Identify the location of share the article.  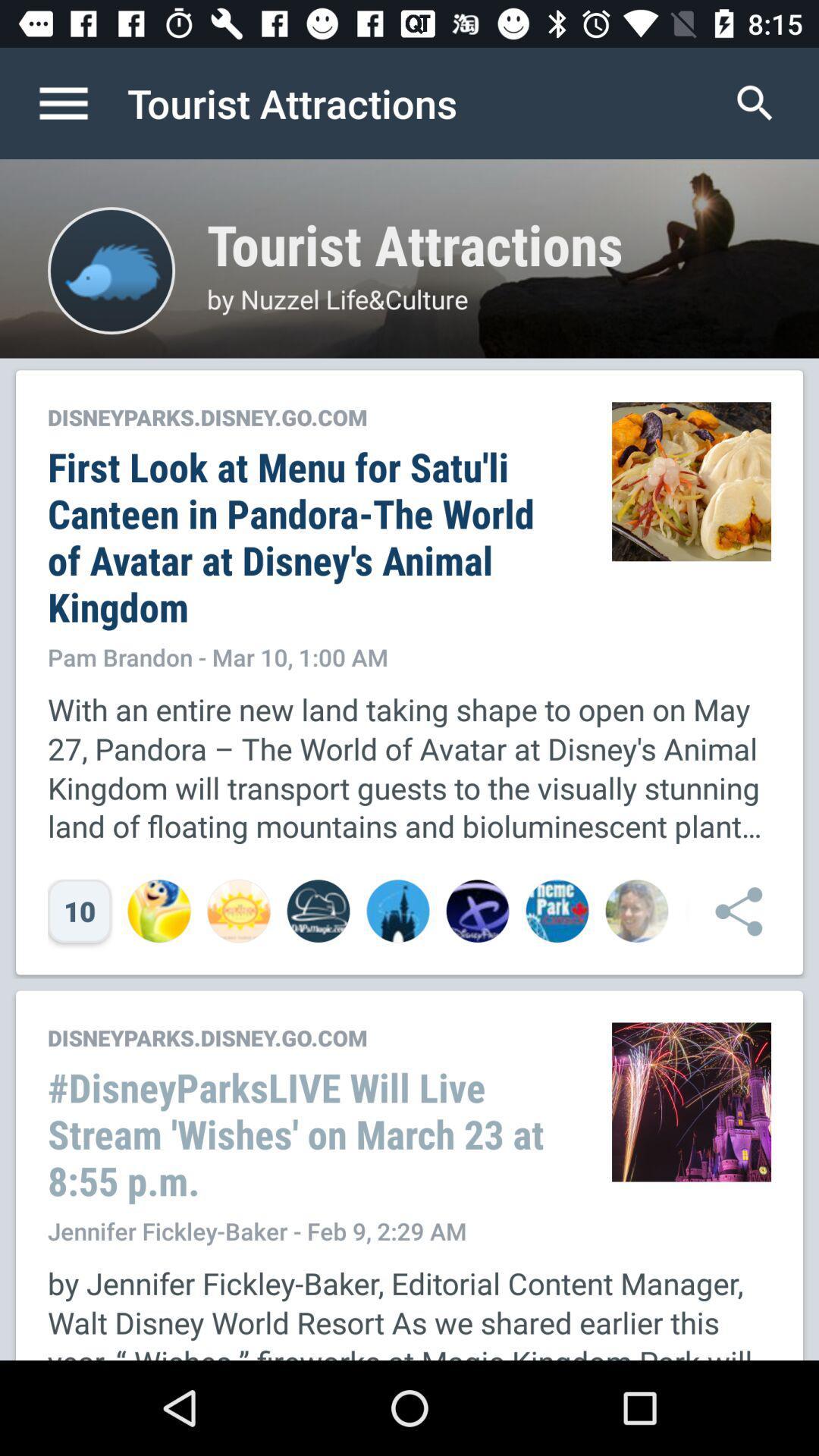
(730, 910).